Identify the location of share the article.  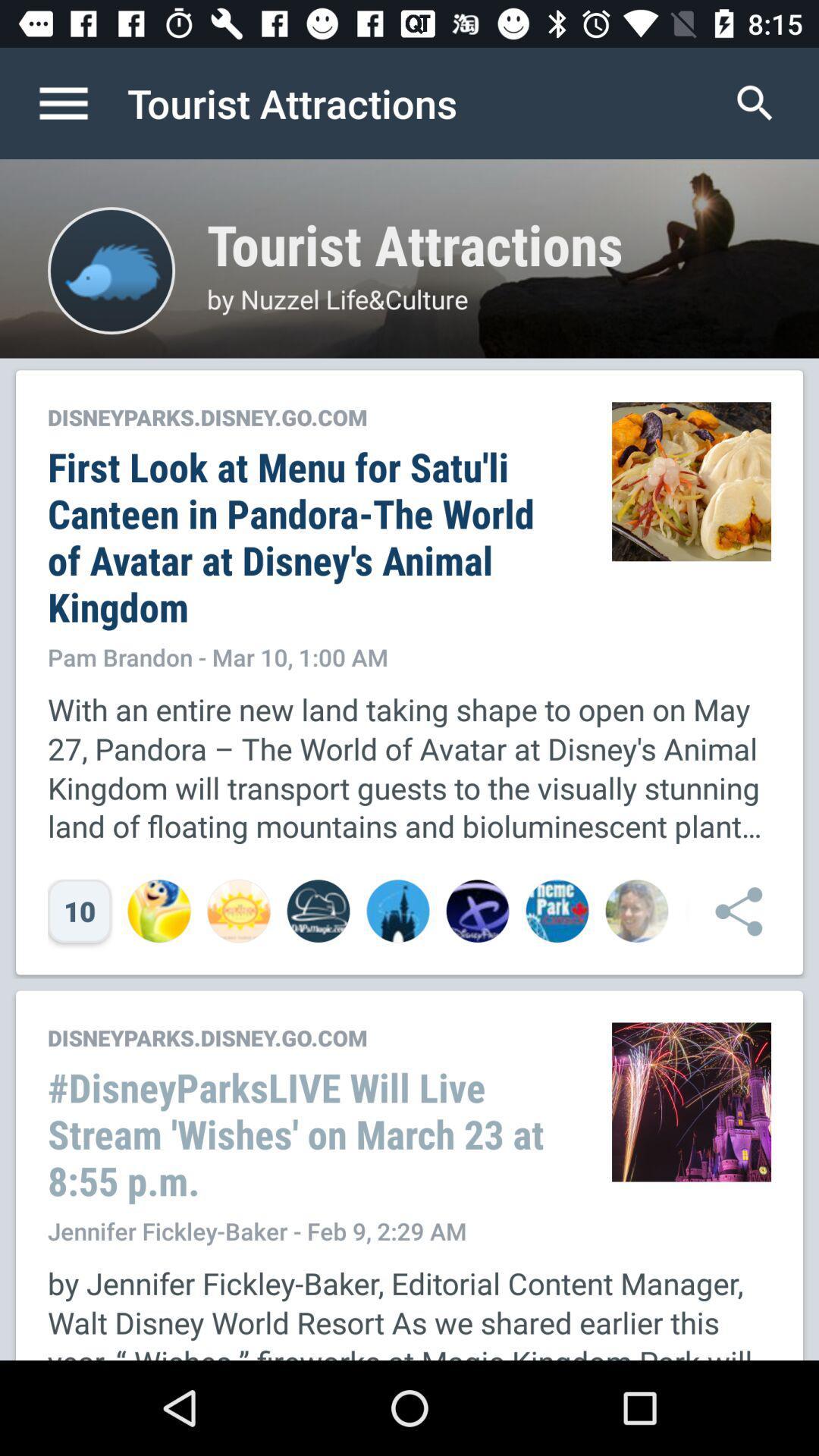
(730, 910).